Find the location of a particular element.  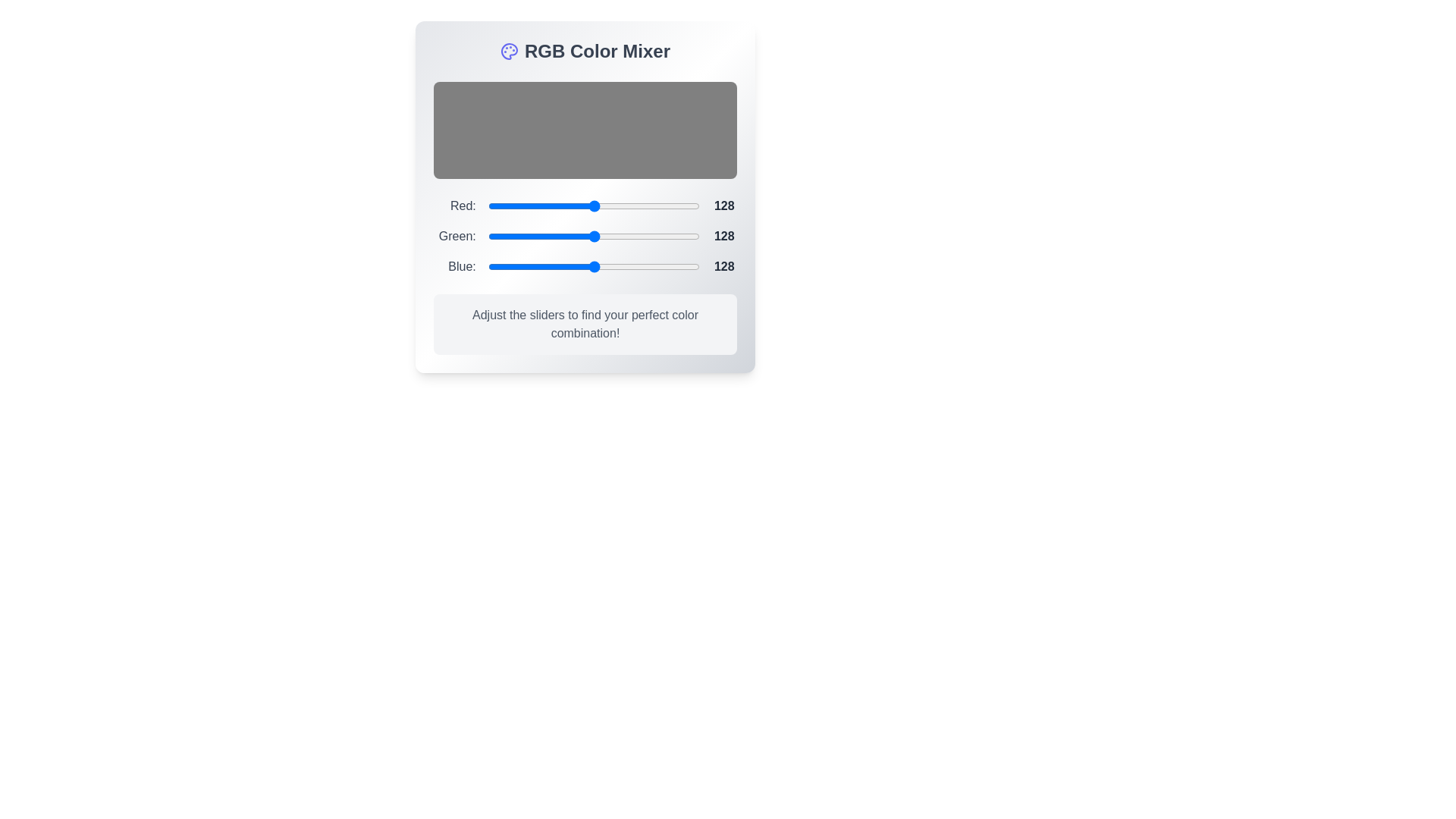

the 1 slider to 44 is located at coordinates (524, 237).